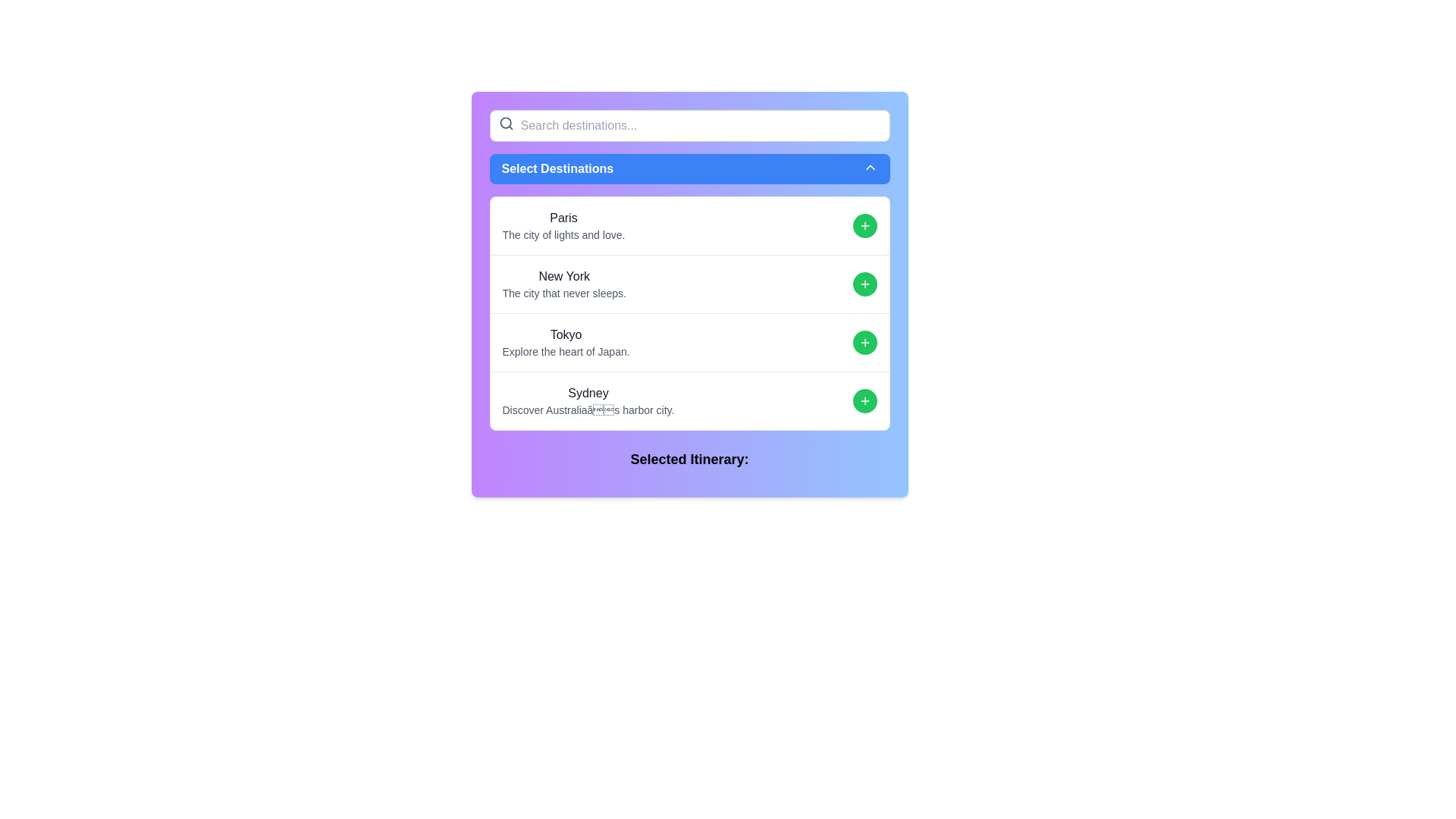 The width and height of the screenshot is (1456, 819). Describe the element at coordinates (588, 400) in the screenshot. I see `the Text Block displaying the destination 'Sydney', which is the fourth item in a vertically stacked list of destinations` at that location.